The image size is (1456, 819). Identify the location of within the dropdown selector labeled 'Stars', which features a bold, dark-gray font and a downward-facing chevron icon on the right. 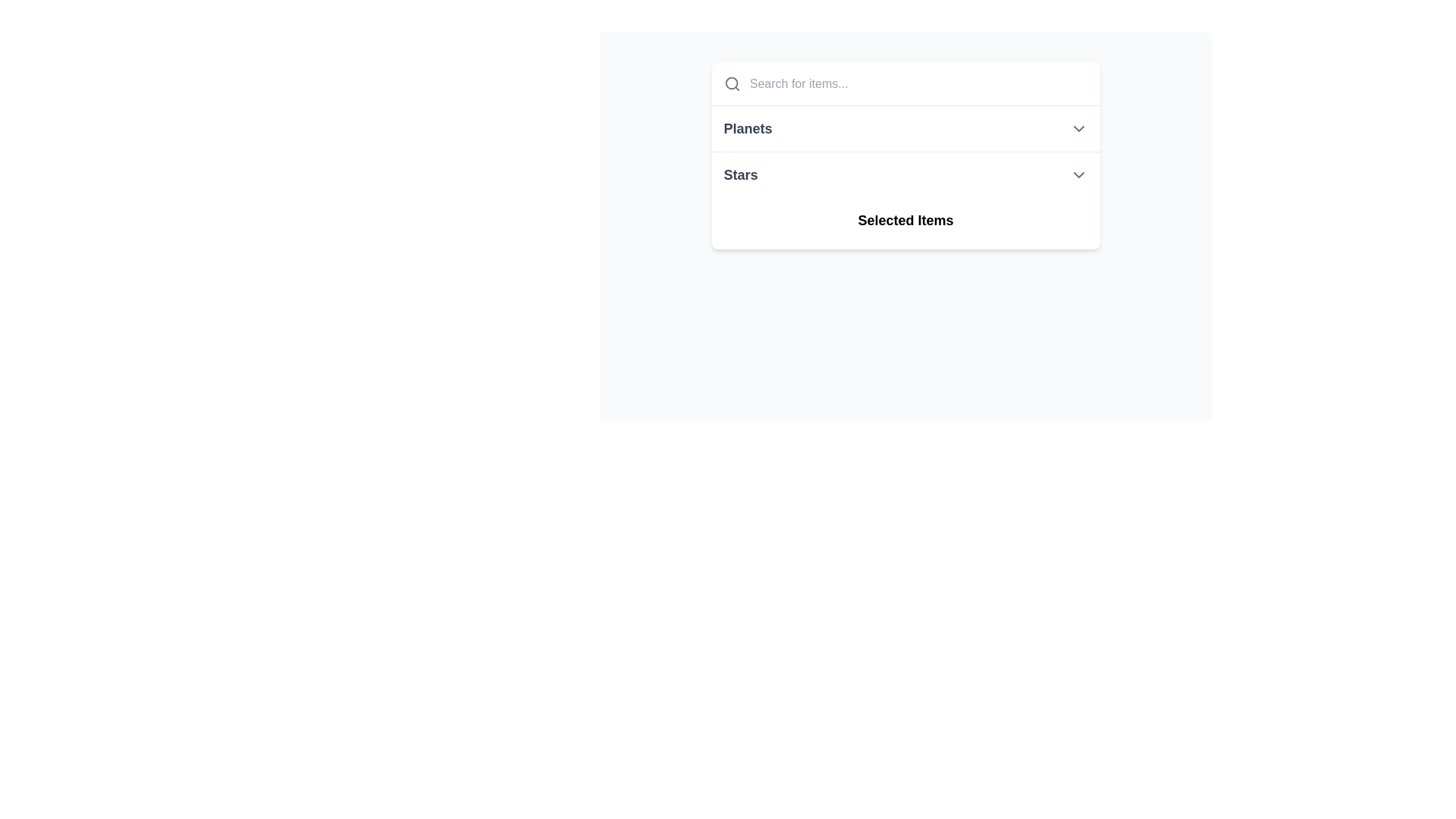
(905, 174).